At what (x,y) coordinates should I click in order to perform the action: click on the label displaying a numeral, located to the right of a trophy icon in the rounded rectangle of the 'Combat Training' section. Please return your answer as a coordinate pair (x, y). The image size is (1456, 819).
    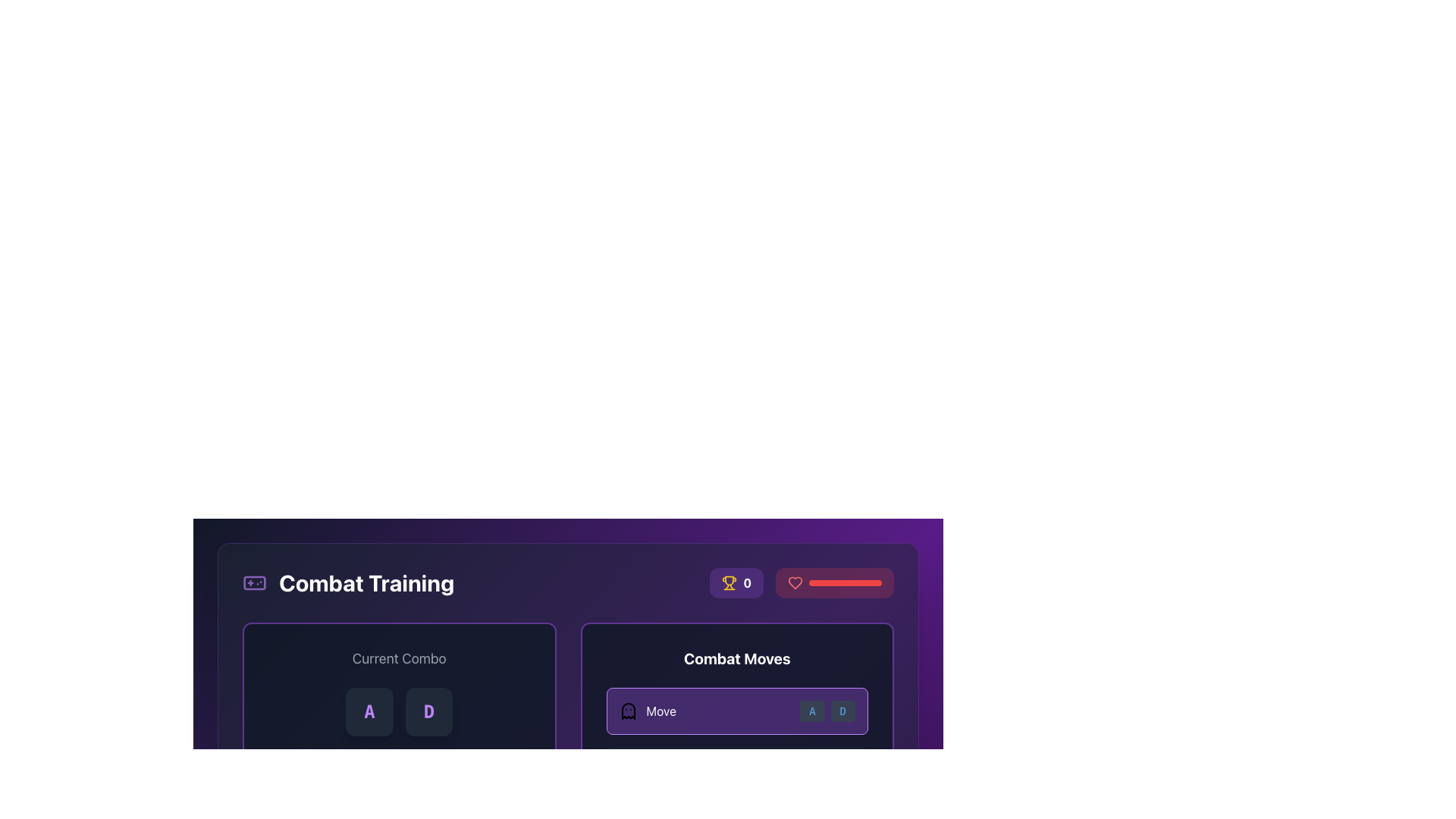
    Looking at the image, I should click on (747, 582).